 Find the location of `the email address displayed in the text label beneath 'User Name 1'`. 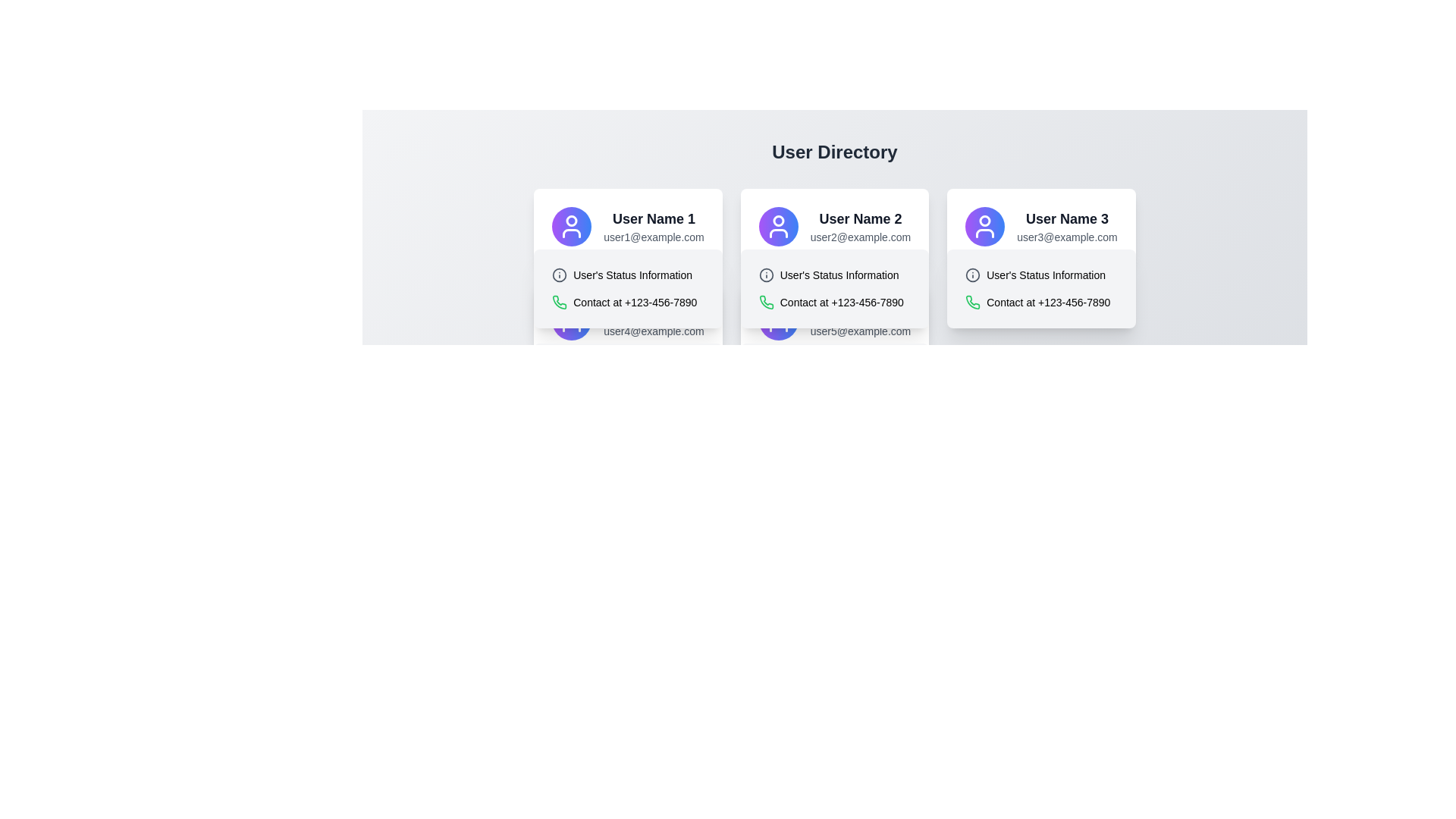

the email address displayed in the text label beneath 'User Name 1' is located at coordinates (654, 237).